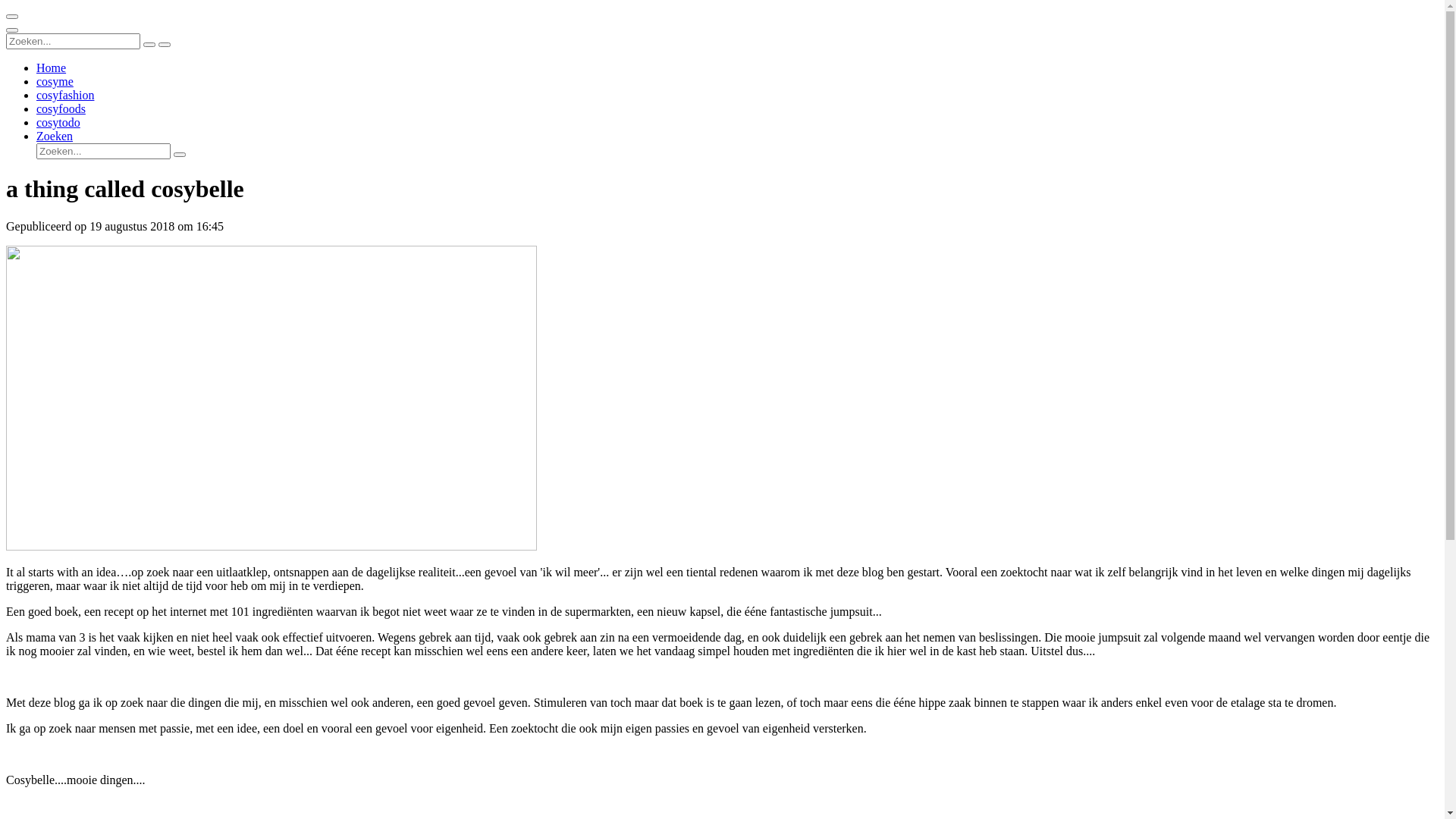 The height and width of the screenshot is (819, 1456). I want to click on 'cosyfoods', so click(61, 108).